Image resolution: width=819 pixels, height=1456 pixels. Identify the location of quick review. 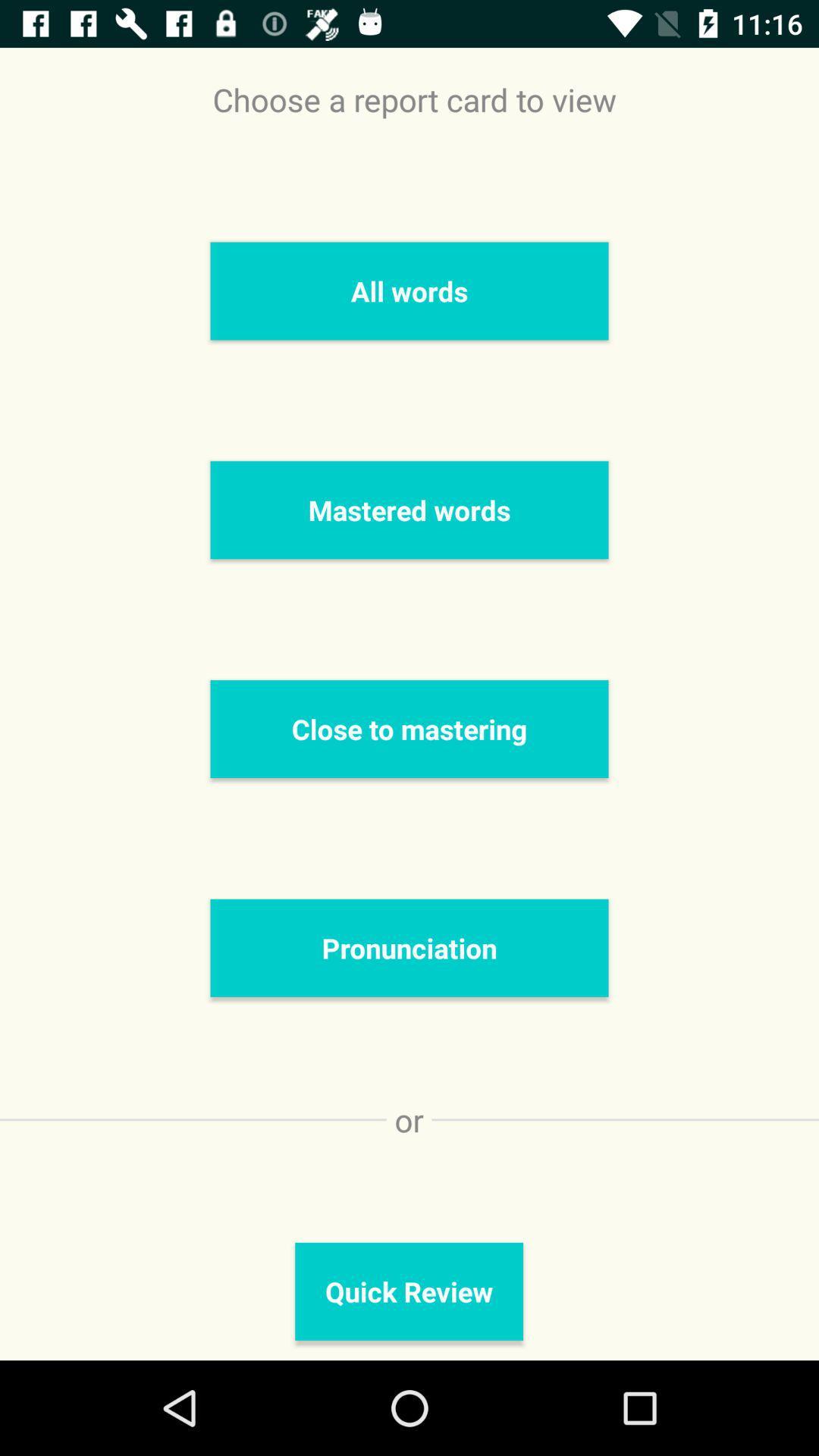
(408, 1291).